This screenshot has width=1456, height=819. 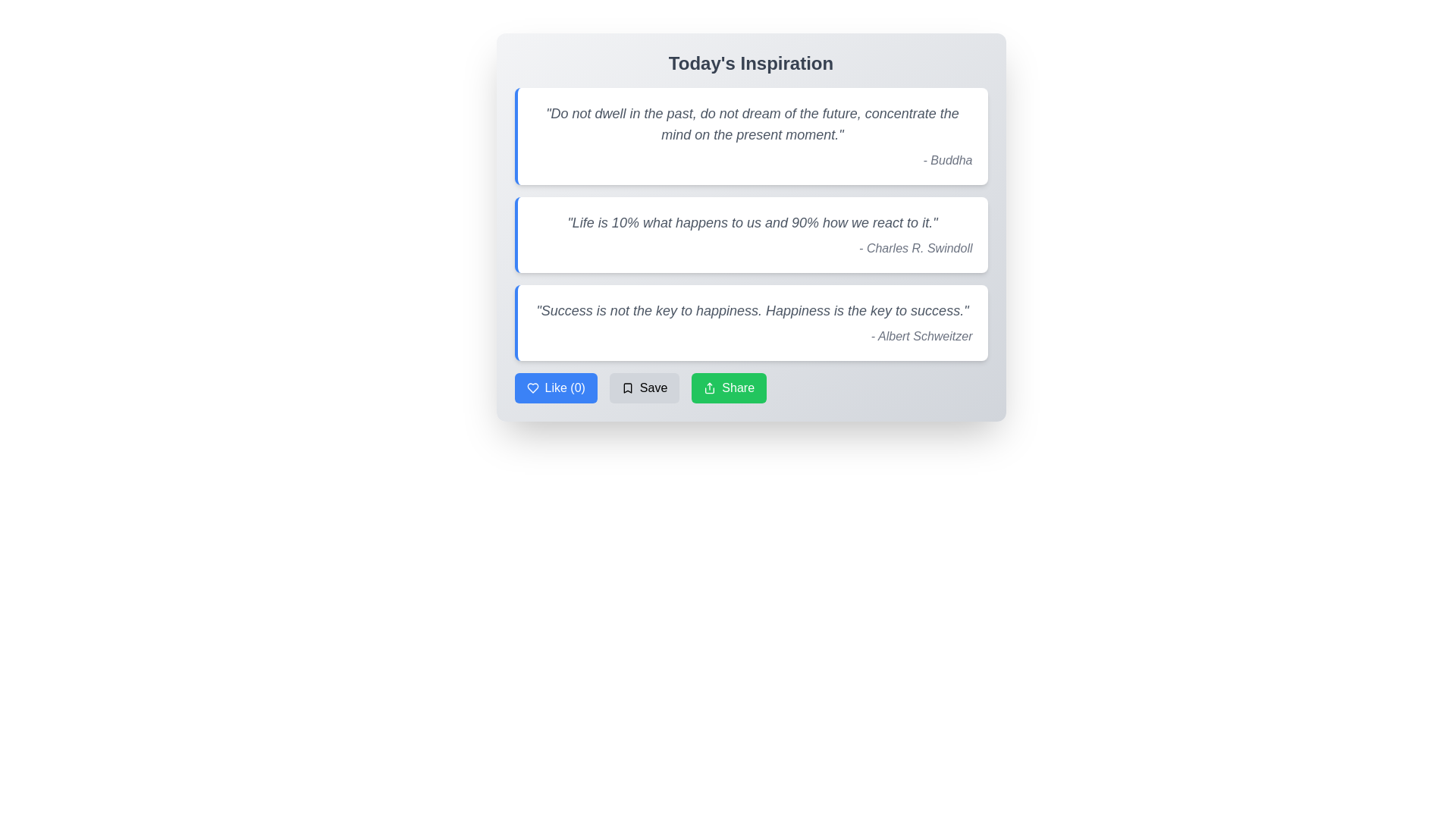 I want to click on the 'Save' button that contains the bookmark icon, which is visually aligned with the button's text and located in the bottom panel of the interface, so click(x=627, y=388).